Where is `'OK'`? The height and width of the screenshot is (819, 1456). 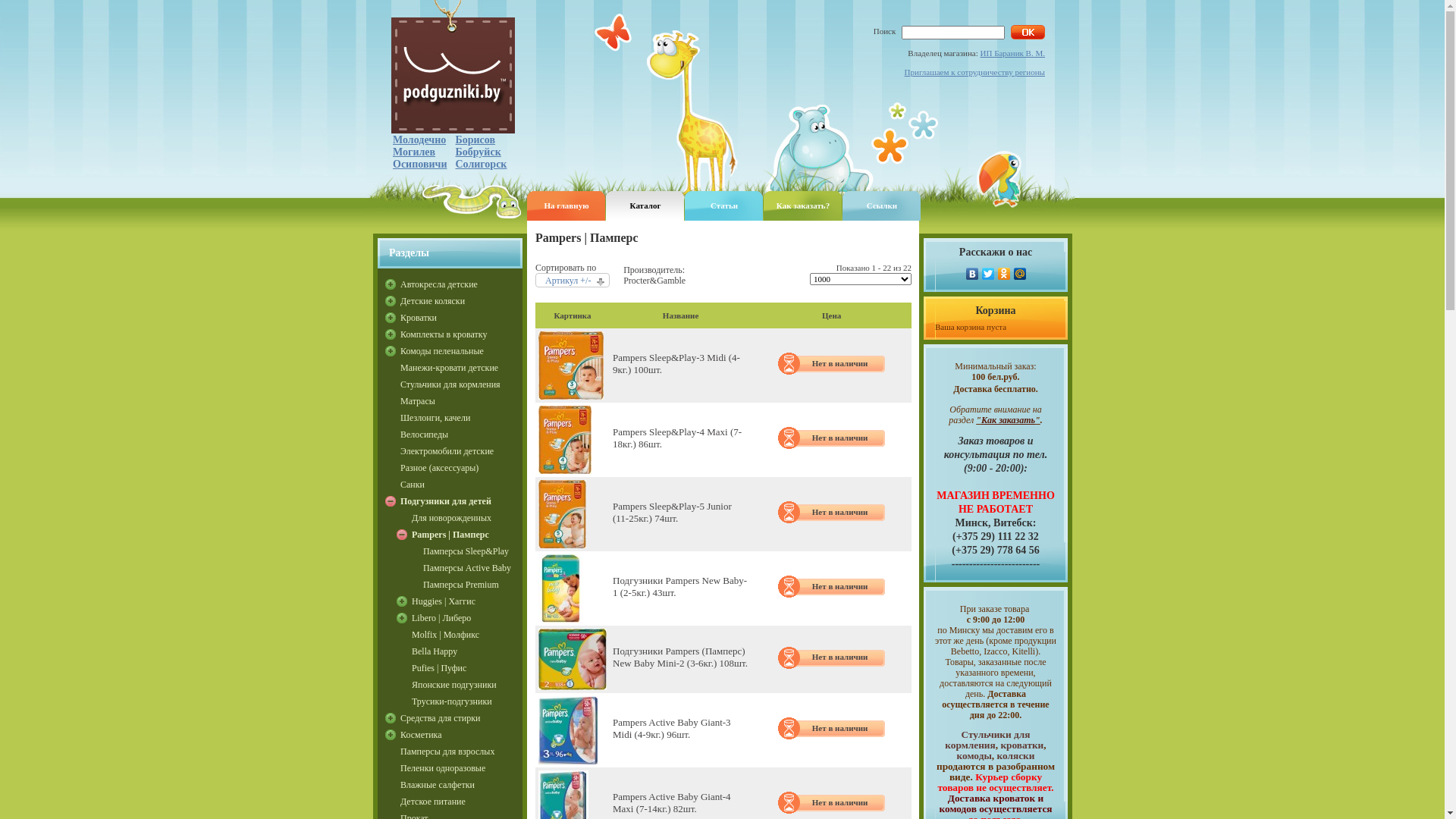
'OK' is located at coordinates (1028, 32).